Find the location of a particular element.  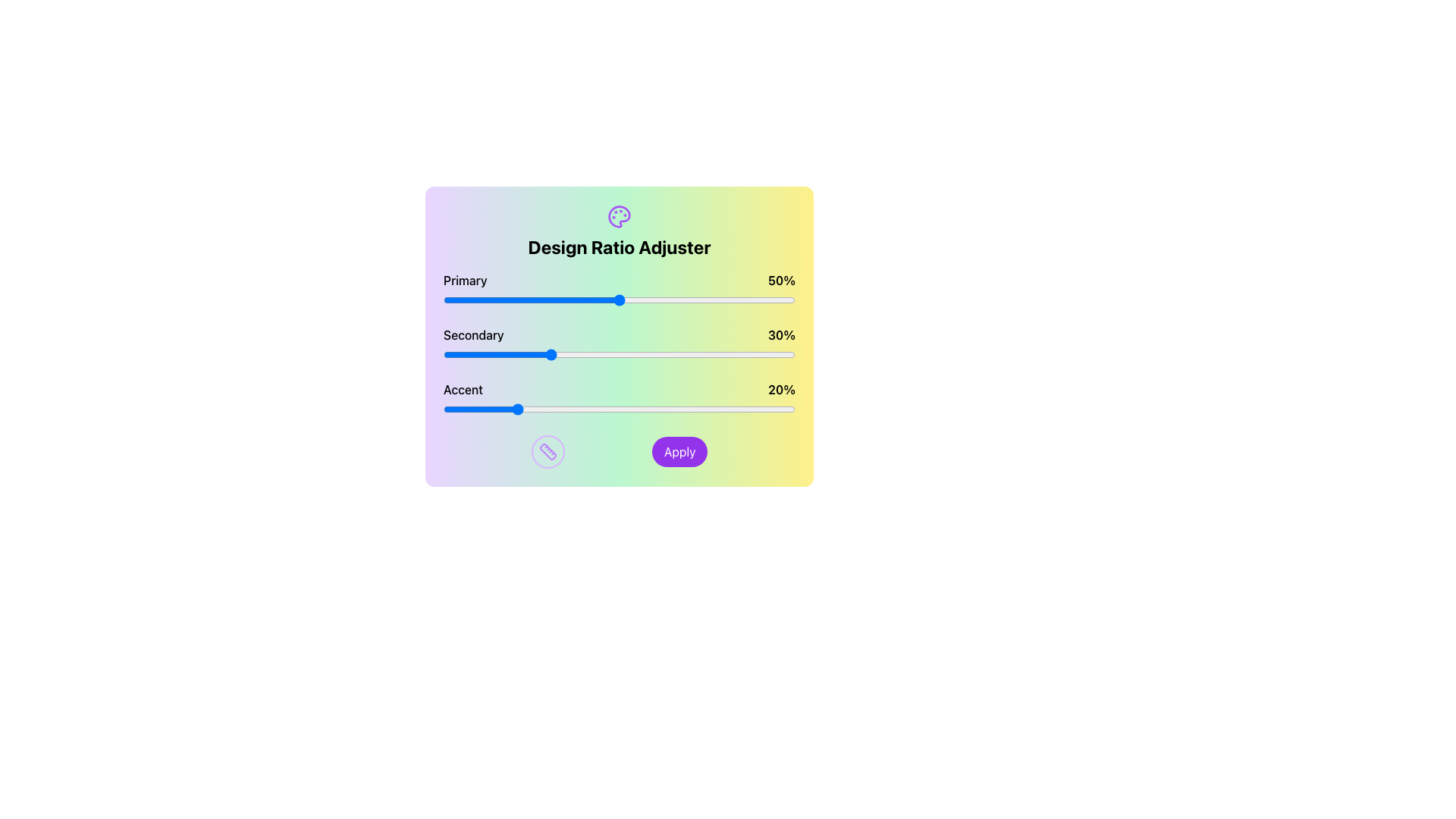

current percentage value displayed as '50%' on the text element that represents the state of the 'Primary' slider is located at coordinates (782, 281).